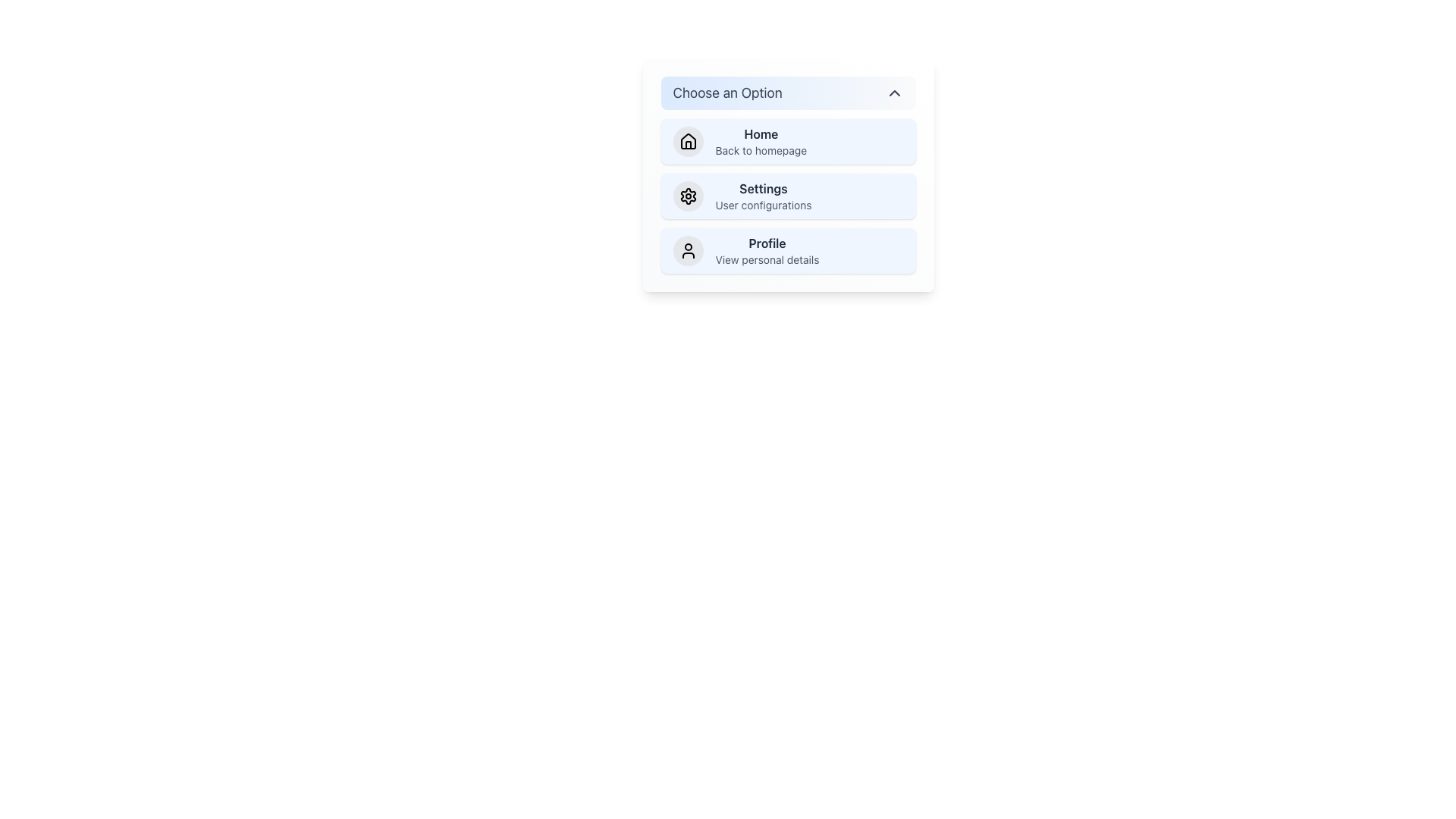  Describe the element at coordinates (788, 174) in the screenshot. I see `the 'Settings' button located as the second option in a vertical list within a card, positioned between 'Home' and 'Profile' options` at that location.